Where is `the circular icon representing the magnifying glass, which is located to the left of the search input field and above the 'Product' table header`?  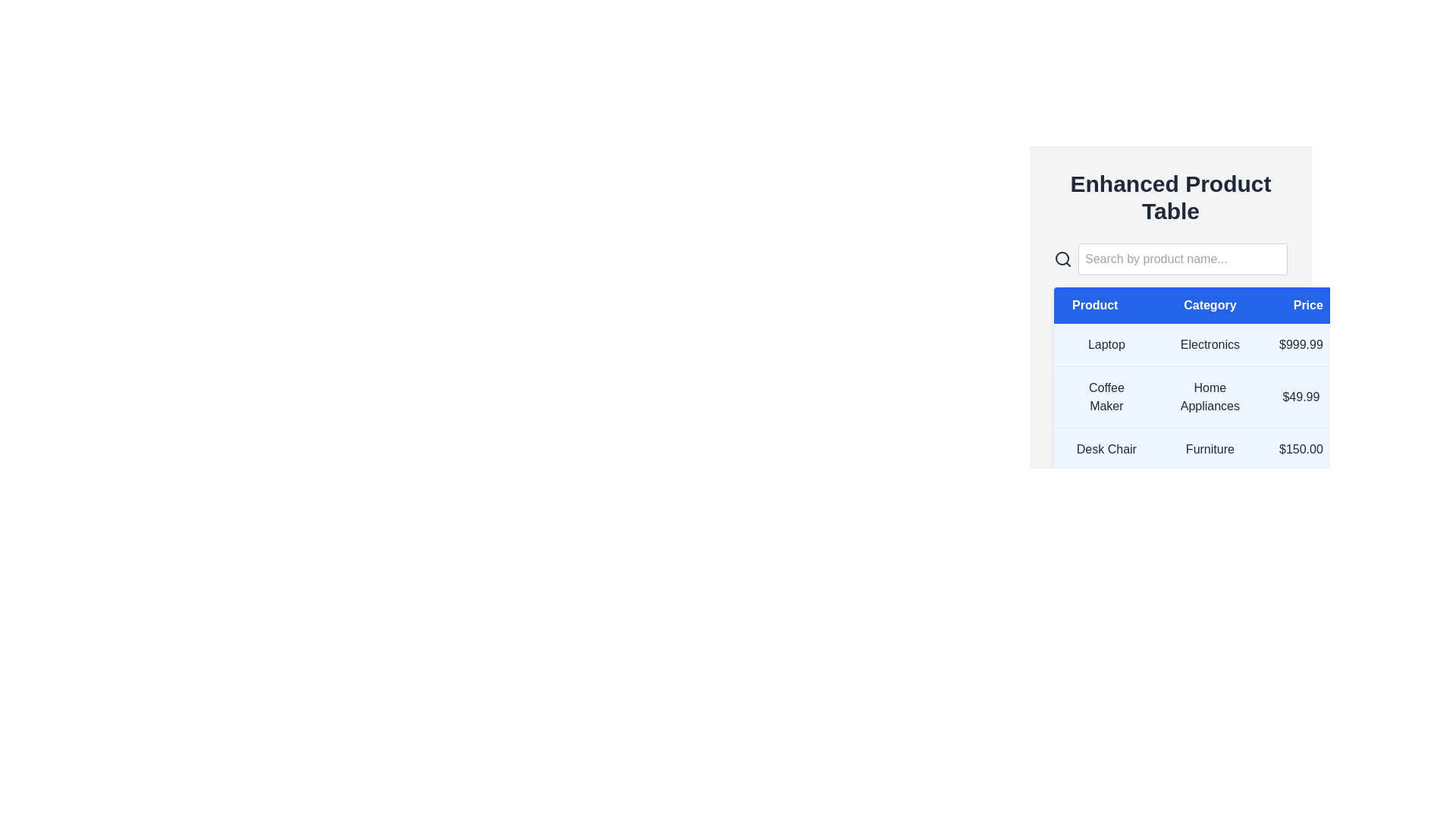
the circular icon representing the magnifying glass, which is located to the left of the search input field and above the 'Product' table header is located at coordinates (1062, 257).